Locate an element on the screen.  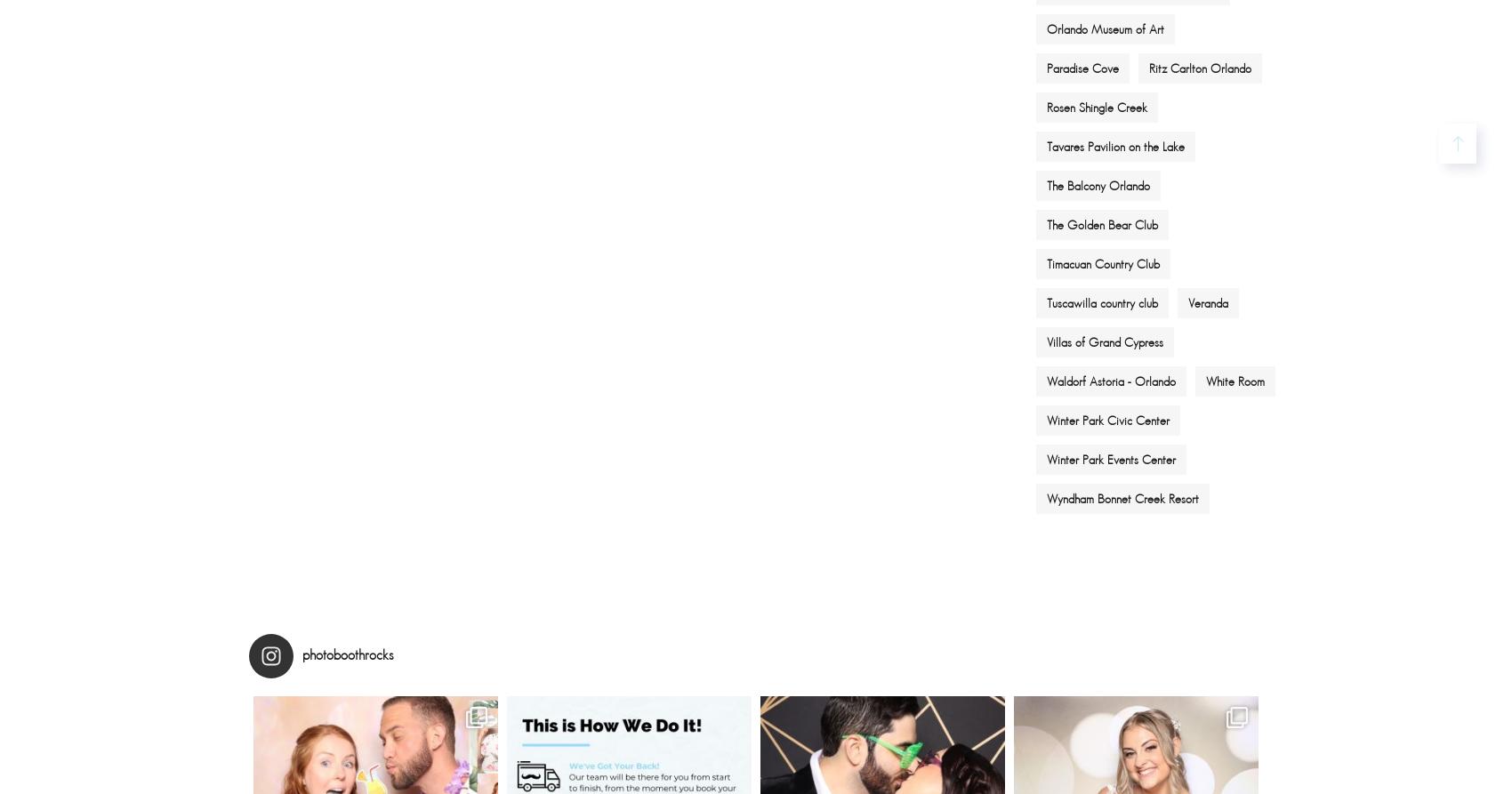
'photoboothrocks' is located at coordinates (347, 654).